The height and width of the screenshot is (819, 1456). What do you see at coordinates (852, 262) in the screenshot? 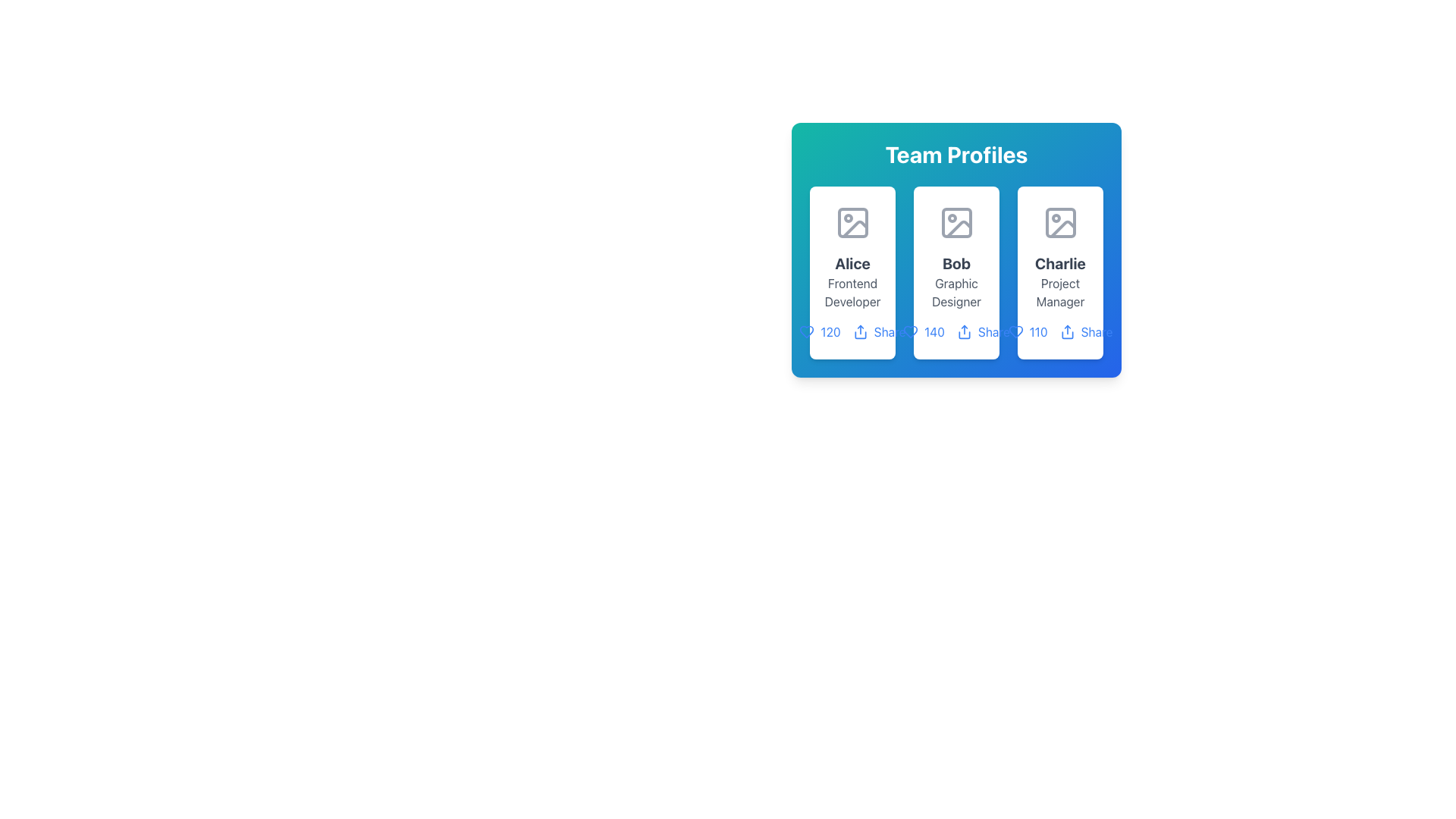
I see `the bold text label 'Alice' located in the first team profile card, which is positioned below a picture frame icon and above the subtitle 'Frontend Developer'` at bounding box center [852, 262].